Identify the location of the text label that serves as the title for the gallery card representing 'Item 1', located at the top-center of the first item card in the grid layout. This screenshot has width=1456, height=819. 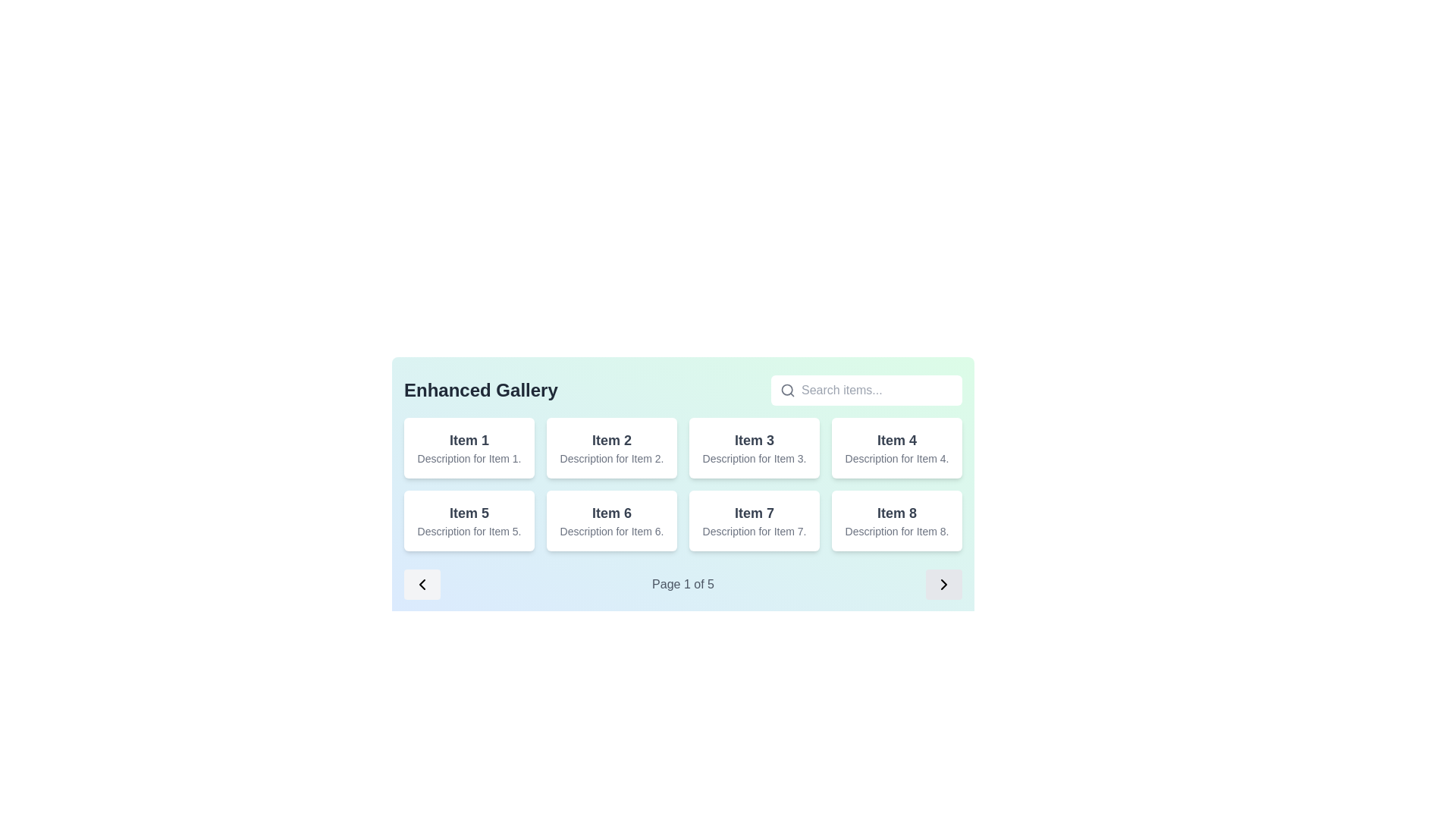
(469, 441).